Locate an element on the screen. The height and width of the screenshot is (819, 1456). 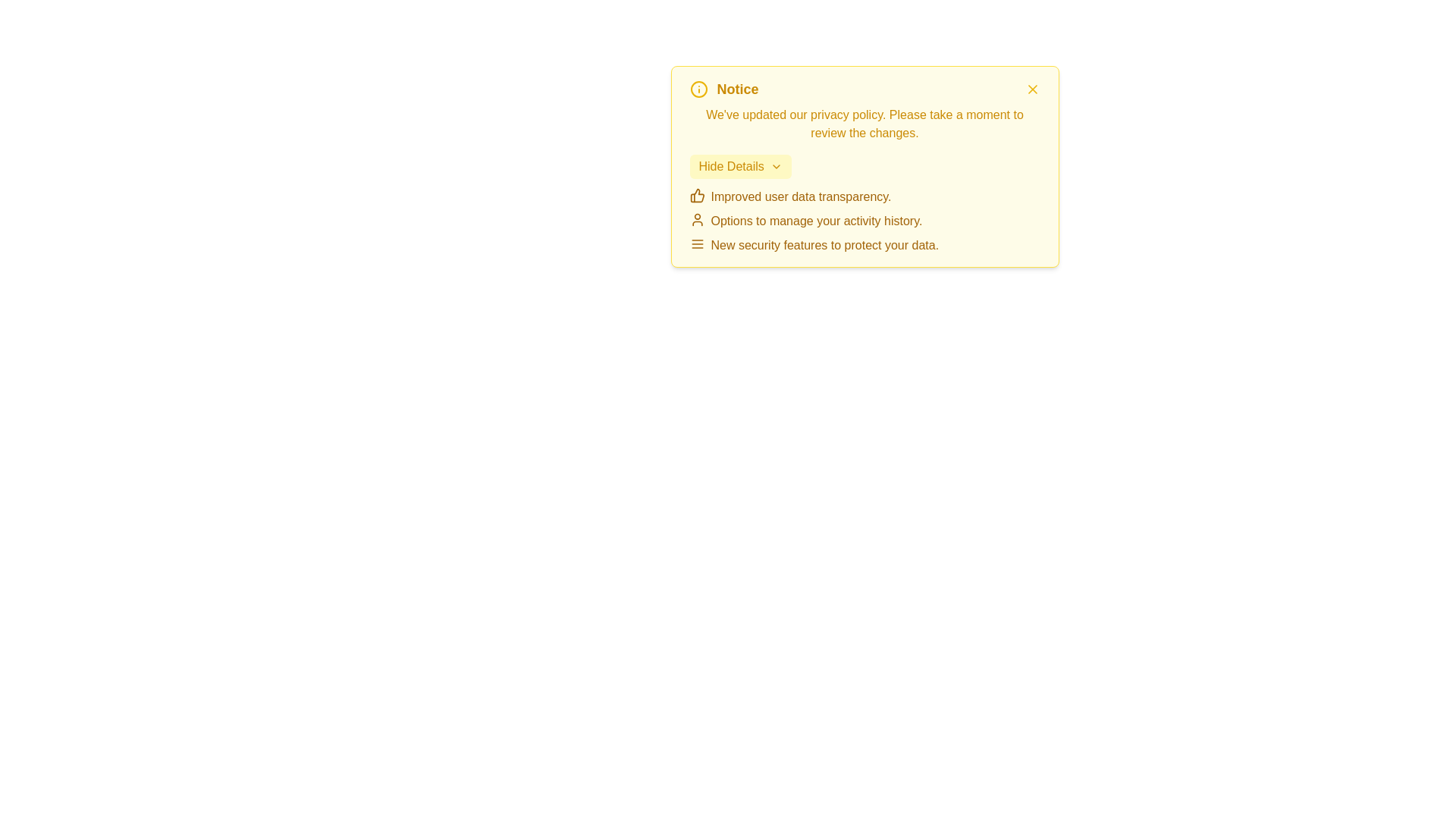
the Hamburger Menu icon located at the left of the text 'New security features to protect your data.' is located at coordinates (696, 243).